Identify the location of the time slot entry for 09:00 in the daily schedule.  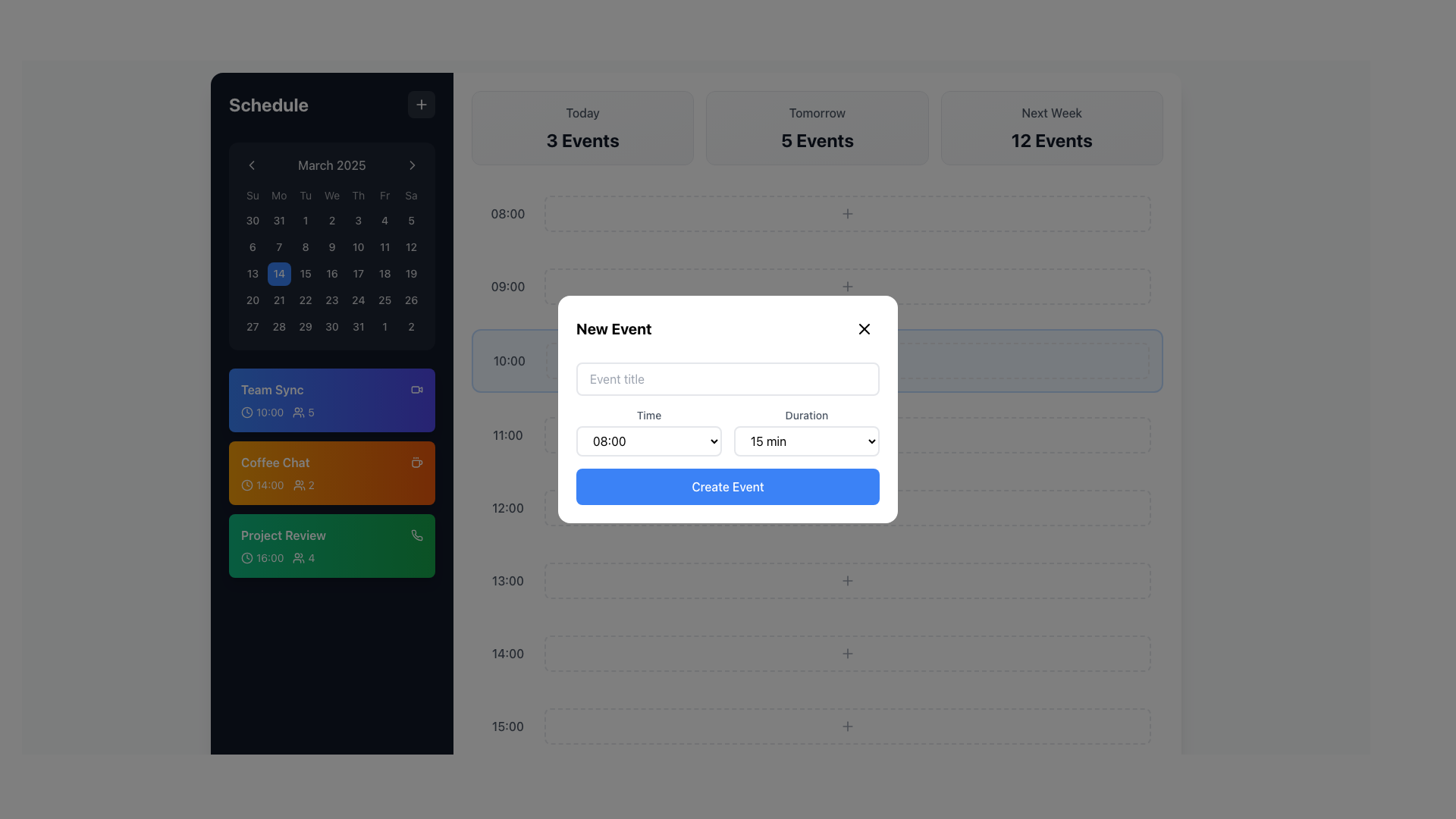
(817, 287).